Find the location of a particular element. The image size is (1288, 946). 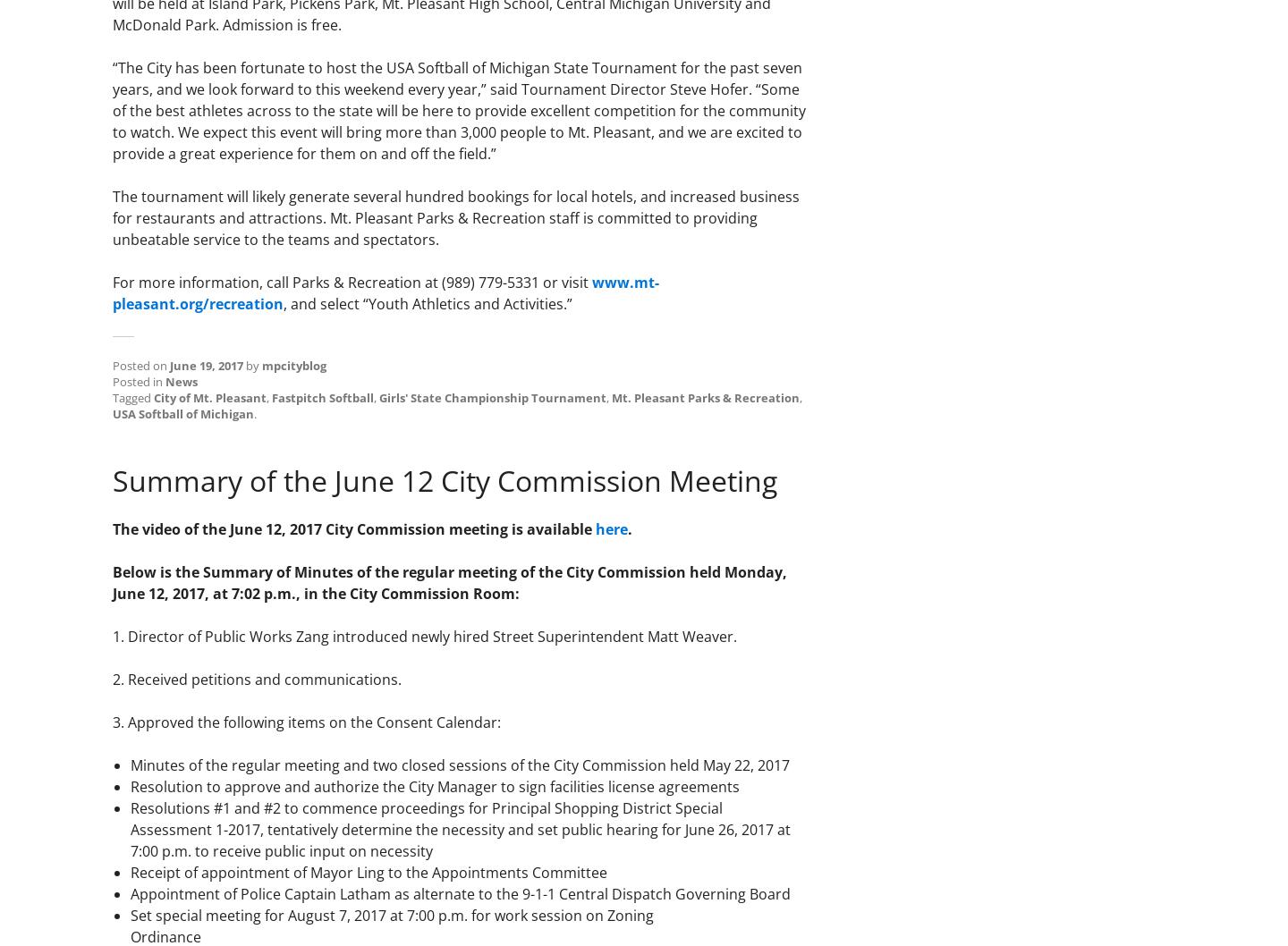

'Posted in' is located at coordinates (138, 380).